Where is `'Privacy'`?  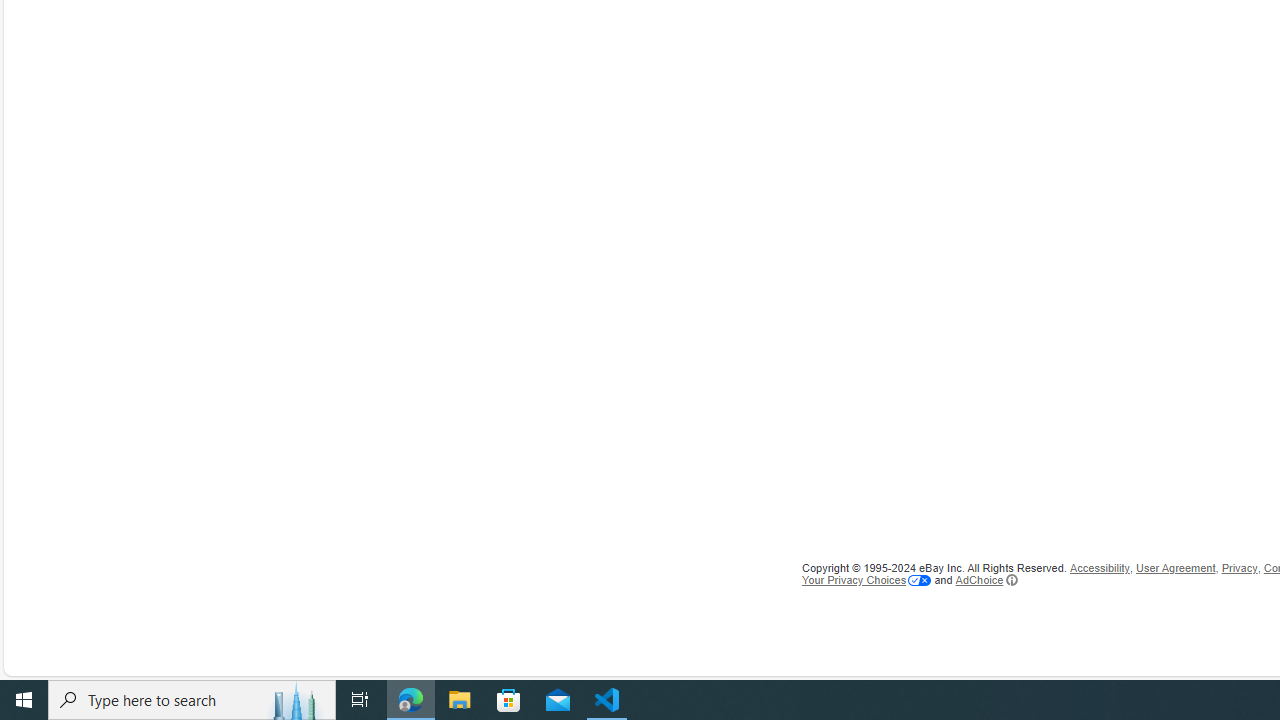 'Privacy' is located at coordinates (1238, 568).